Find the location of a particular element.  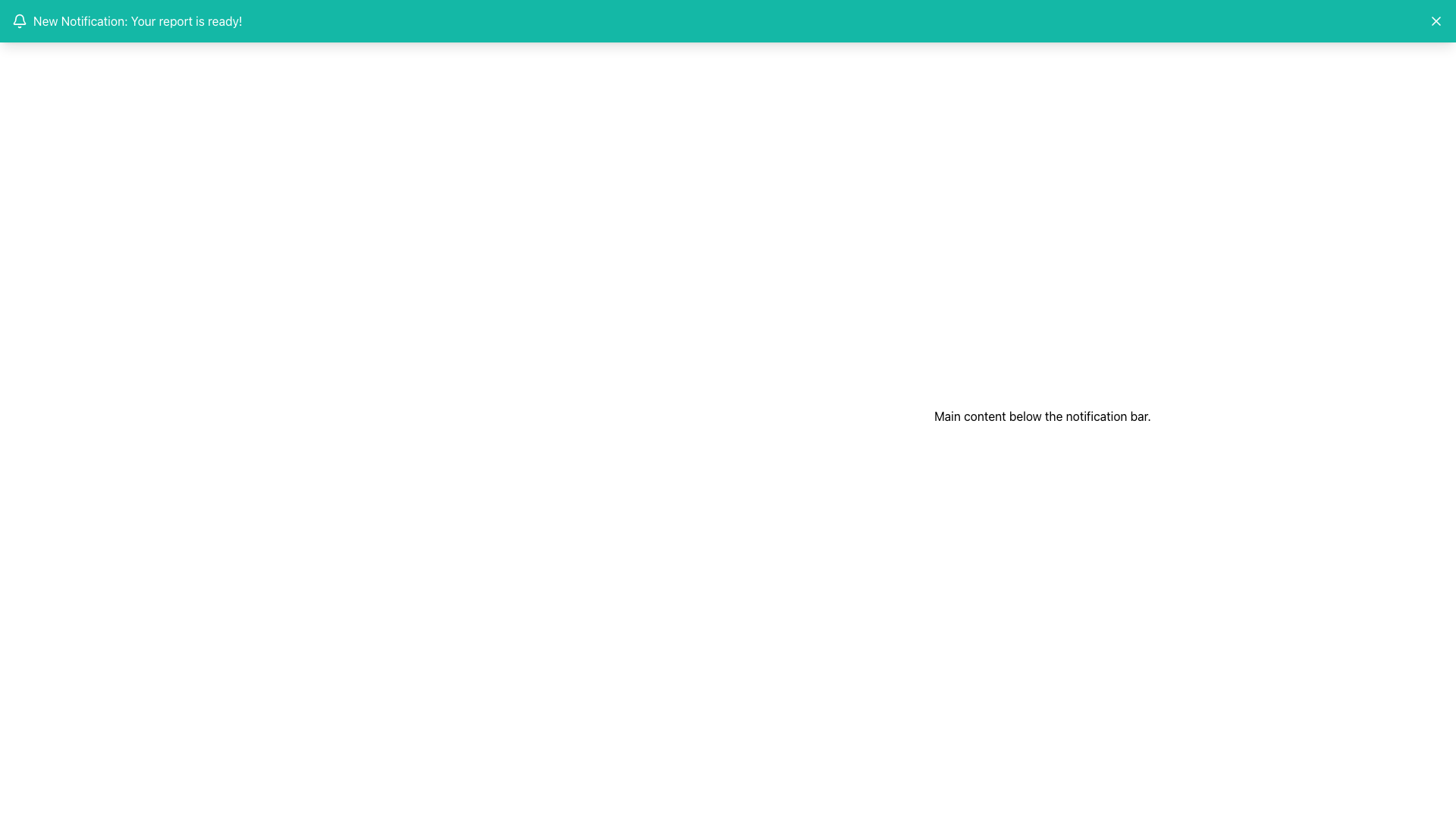

the central bell-shaped icon in the top bar of the interface, which is rendered in a vector graphic style with smooth curves and styled outlines is located at coordinates (19, 19).